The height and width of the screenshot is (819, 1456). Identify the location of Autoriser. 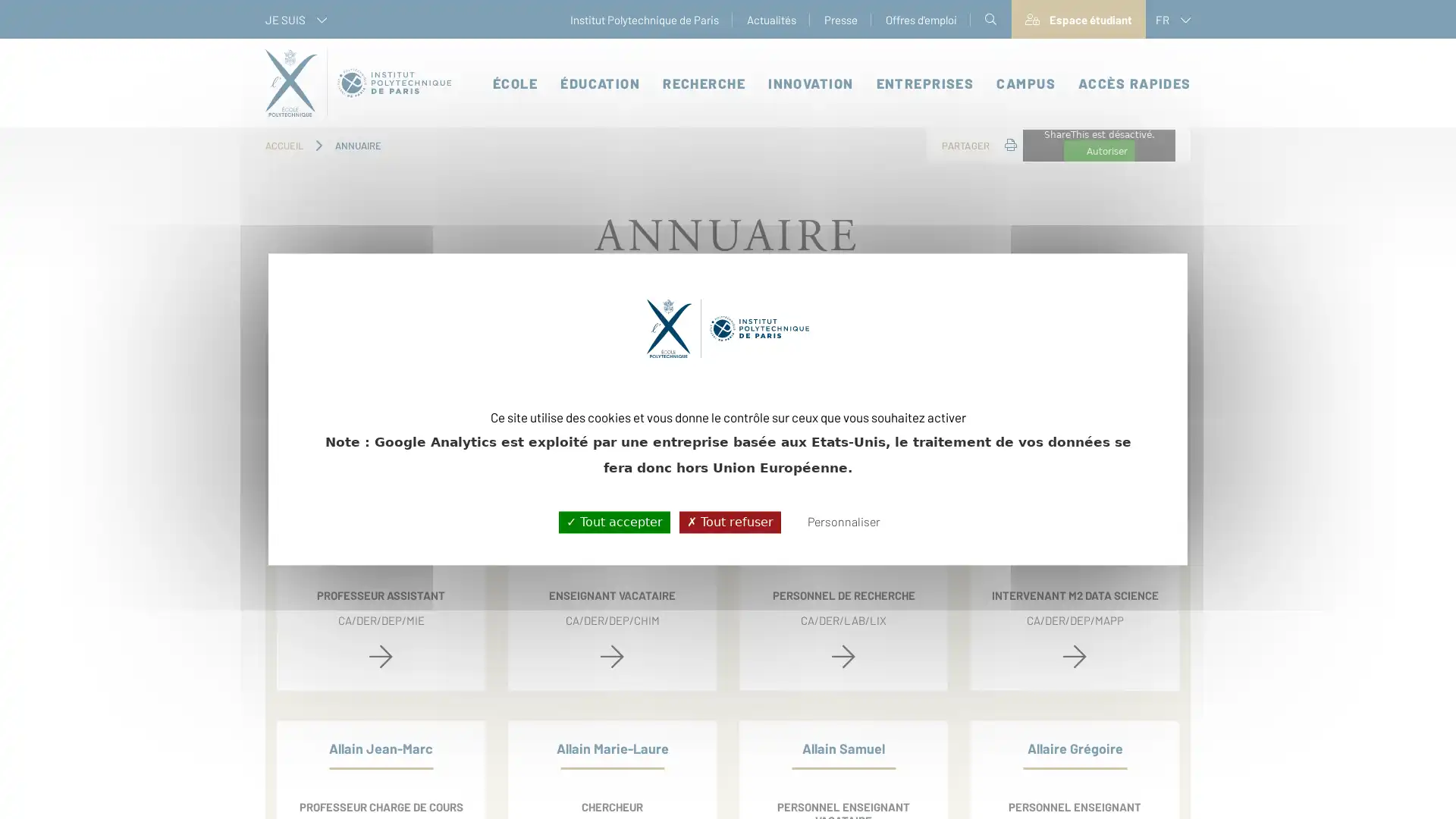
(1099, 151).